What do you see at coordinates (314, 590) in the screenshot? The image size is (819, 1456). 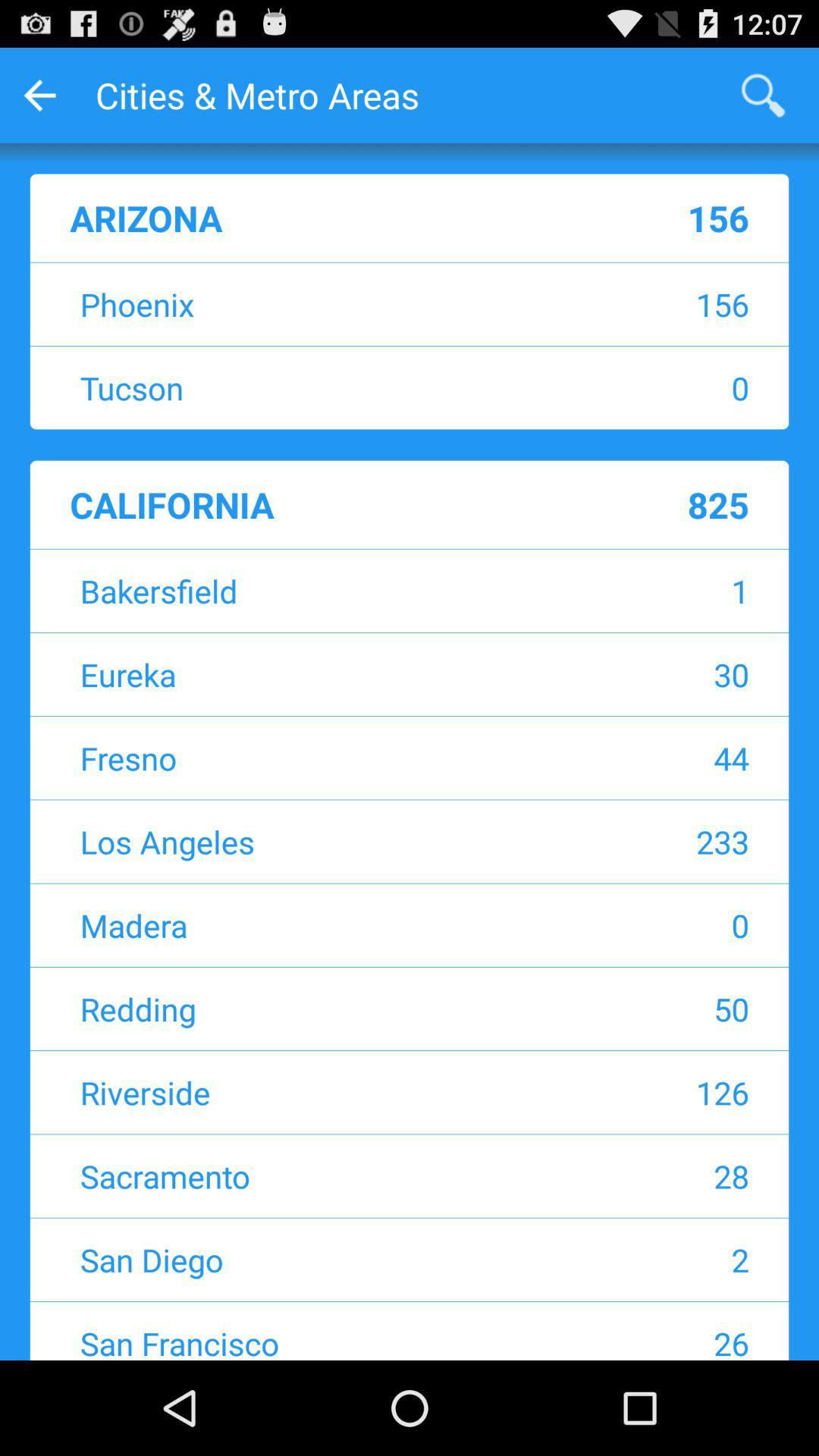 I see `bakersfield item` at bounding box center [314, 590].